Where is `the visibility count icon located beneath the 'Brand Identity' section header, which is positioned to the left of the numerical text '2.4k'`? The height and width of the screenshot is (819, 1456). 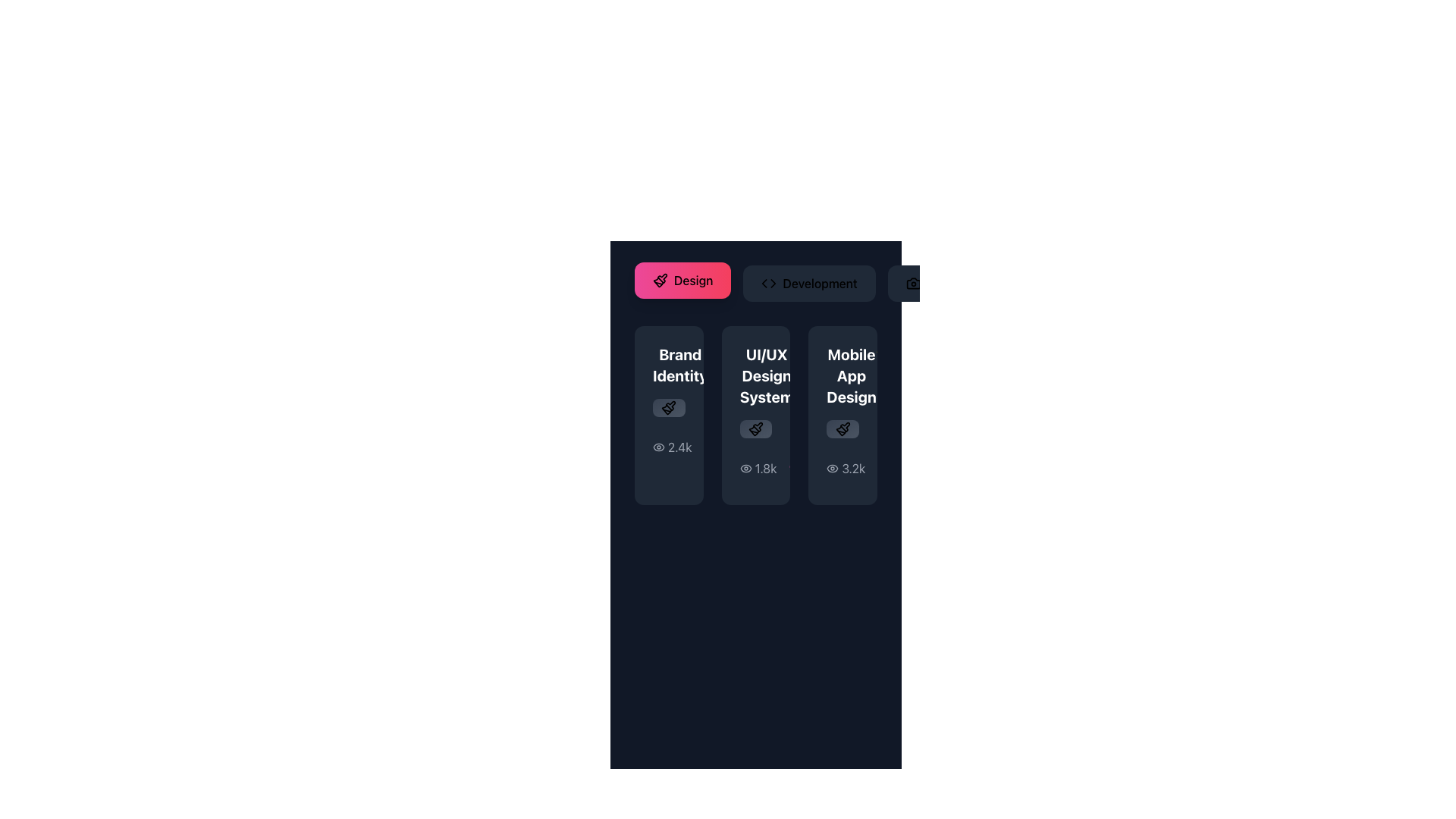
the visibility count icon located beneath the 'Brand Identity' section header, which is positioned to the left of the numerical text '2.4k' is located at coordinates (658, 446).